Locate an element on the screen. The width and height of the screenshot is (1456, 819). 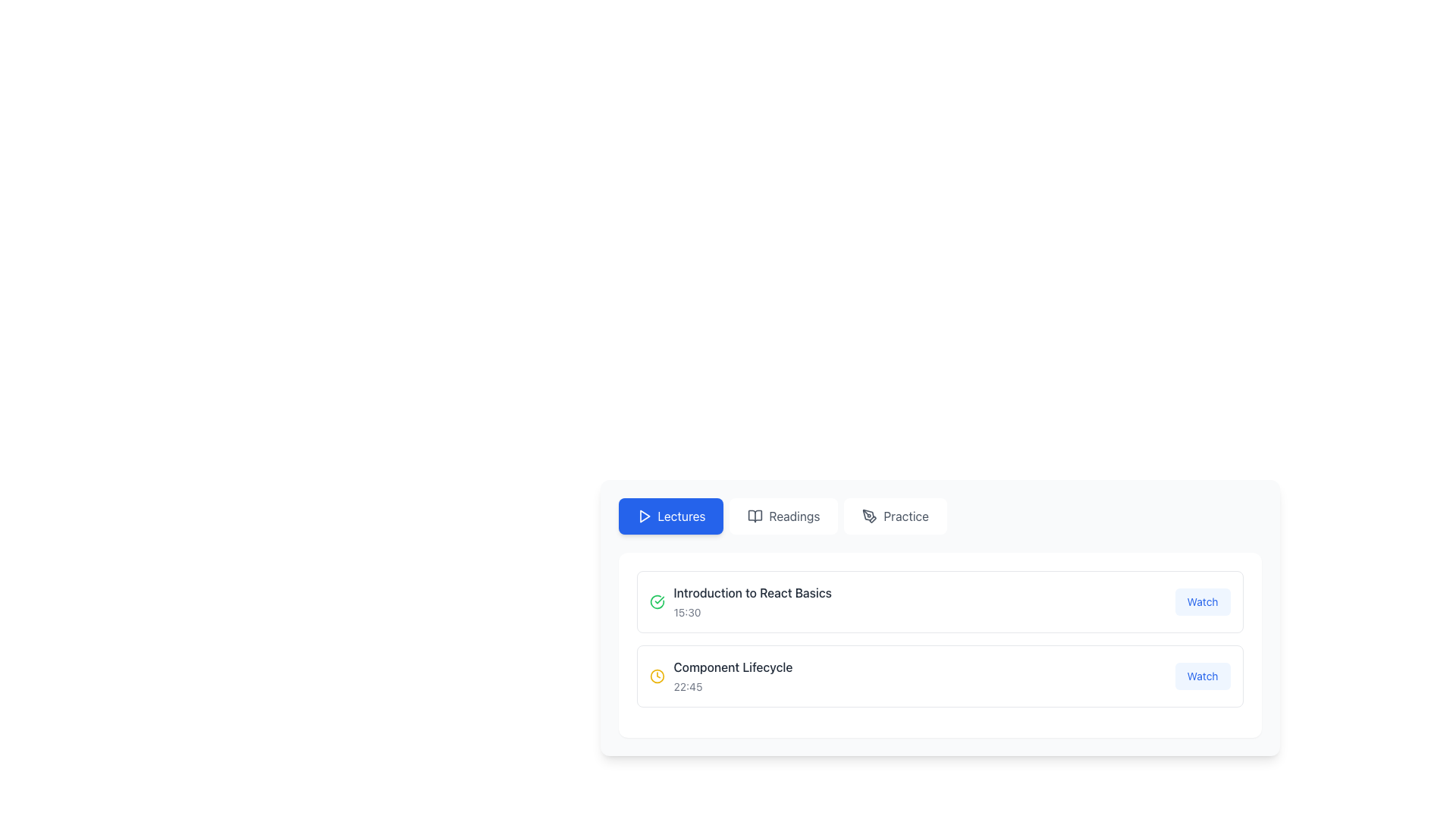
the 'Component Lifecycle' item in the list by left clicking on it is located at coordinates (720, 675).